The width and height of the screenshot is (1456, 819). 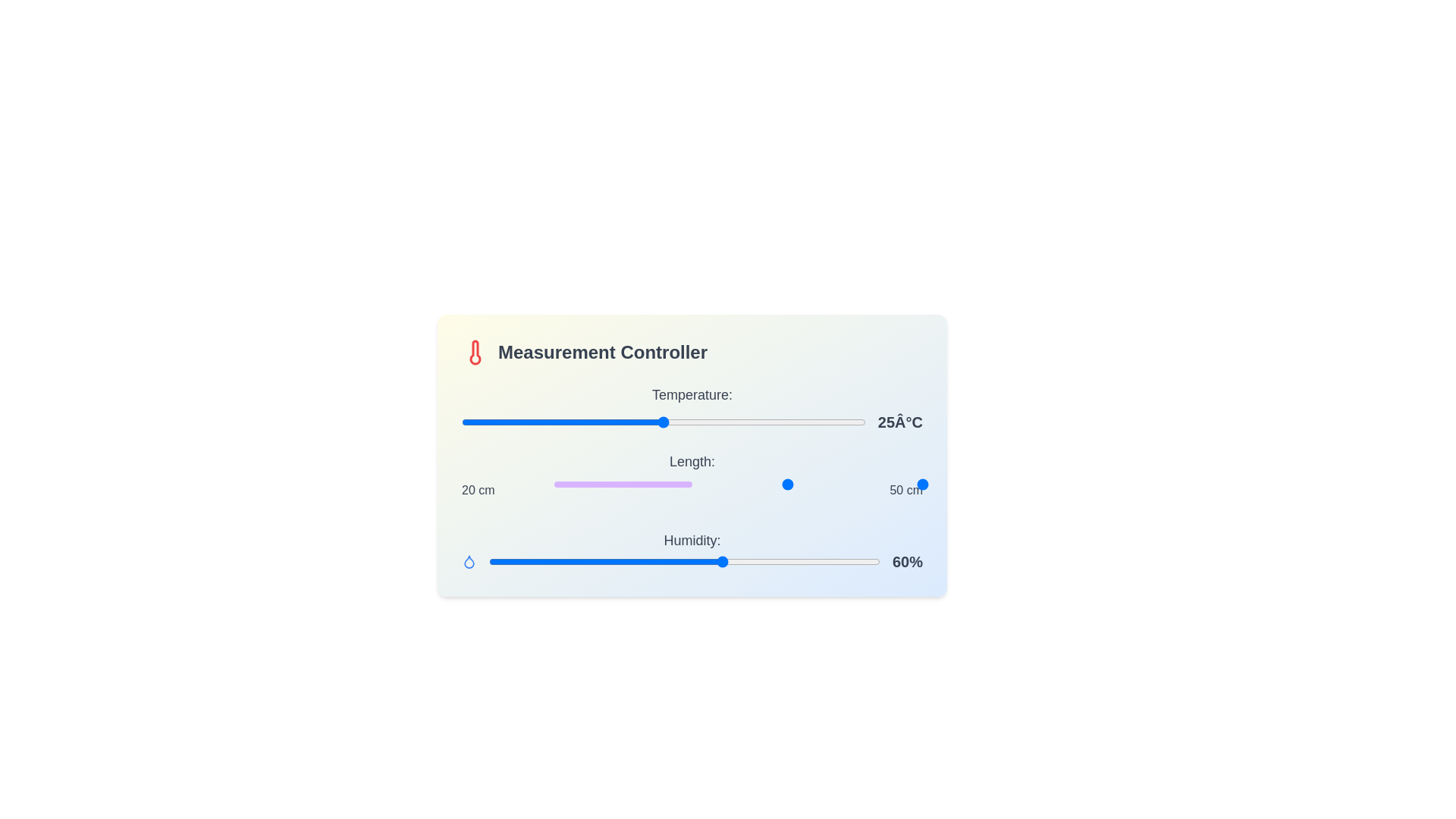 What do you see at coordinates (777, 422) in the screenshot?
I see `the temperature` at bounding box center [777, 422].